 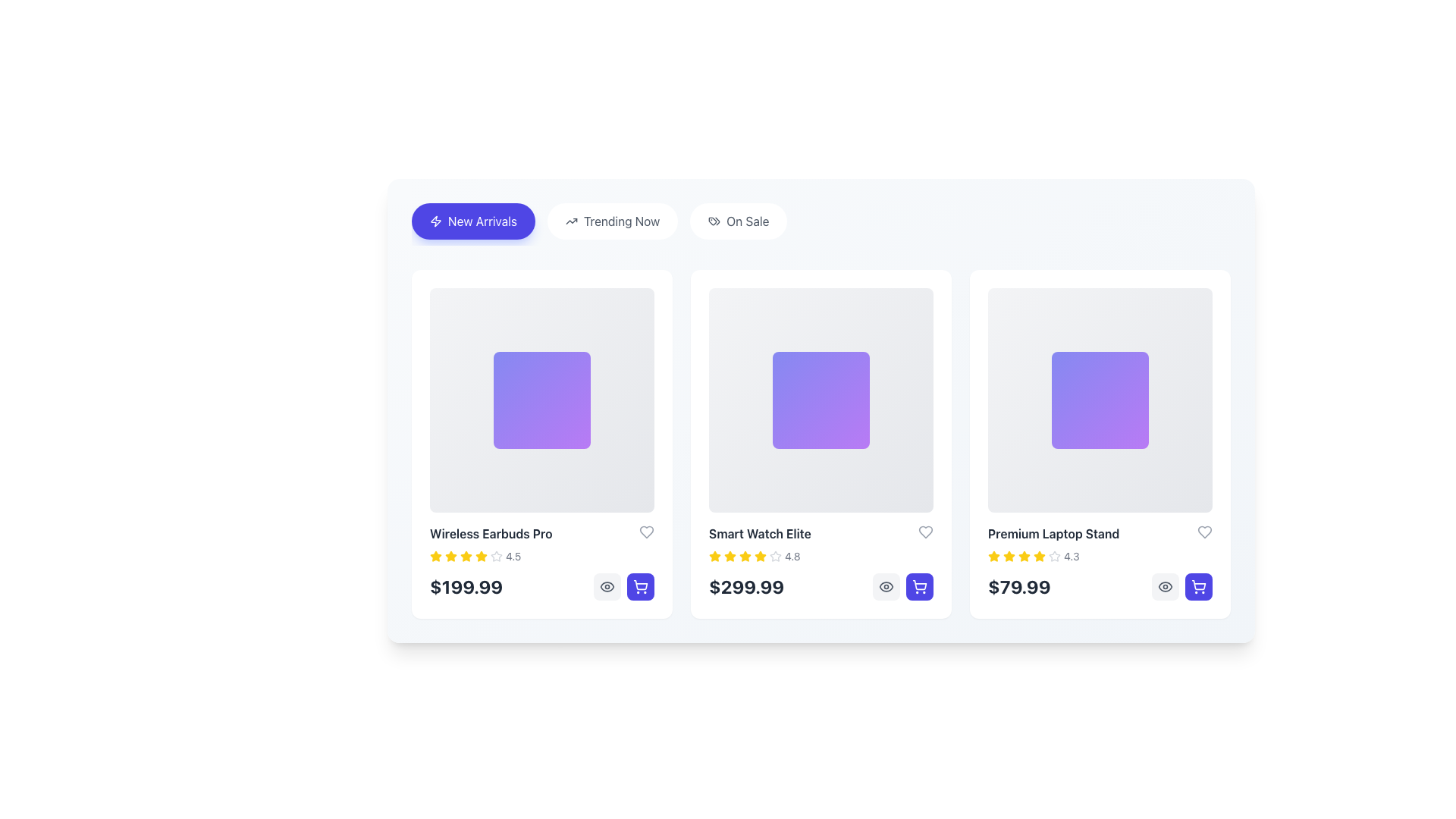 What do you see at coordinates (924, 532) in the screenshot?
I see `the heart-shaped favorite button located at the top-right corner of the 'Smart Watch Elite' product card` at bounding box center [924, 532].